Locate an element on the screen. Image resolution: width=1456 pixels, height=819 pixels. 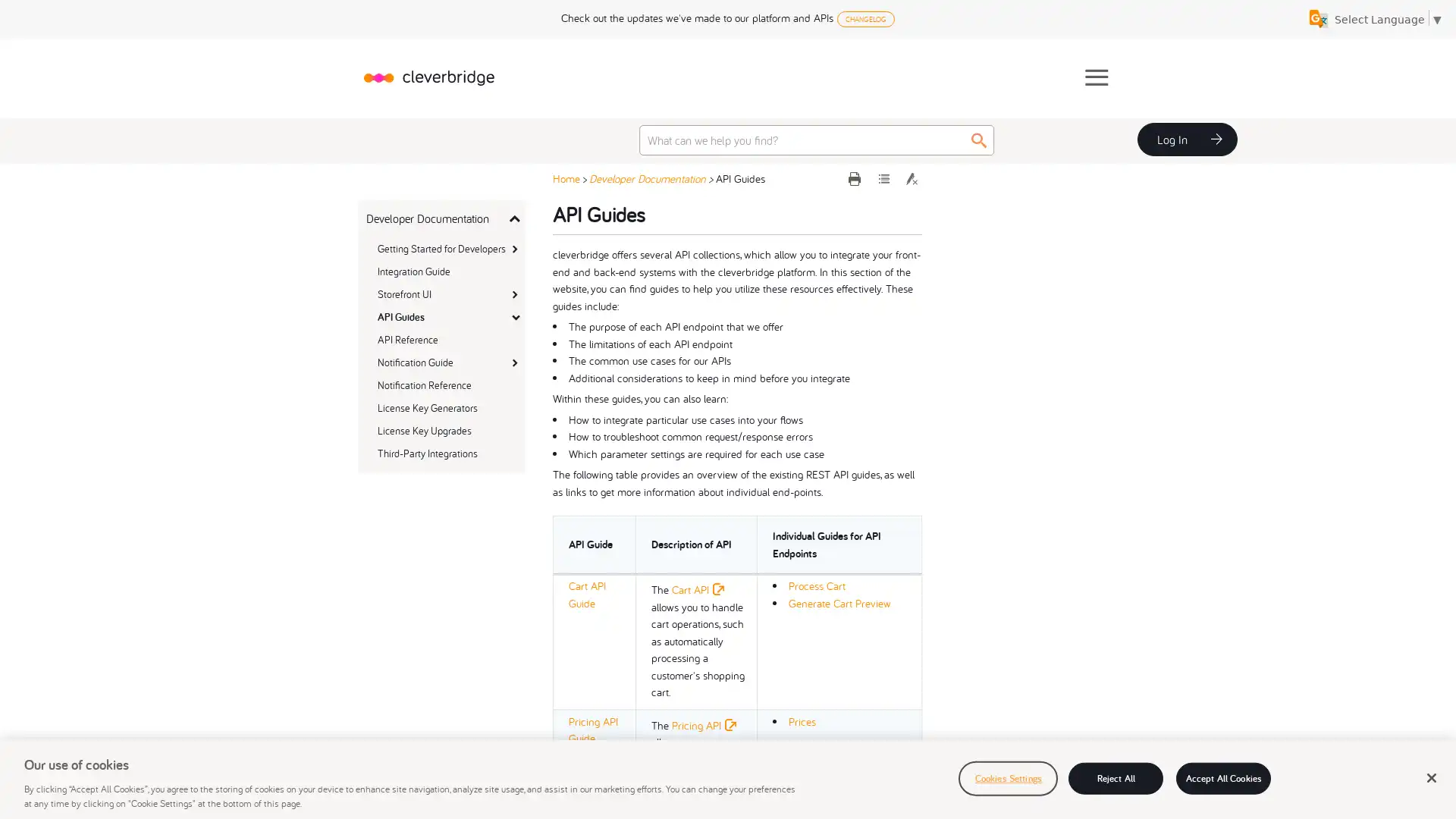
Accept All Cookies is located at coordinates (1223, 778).